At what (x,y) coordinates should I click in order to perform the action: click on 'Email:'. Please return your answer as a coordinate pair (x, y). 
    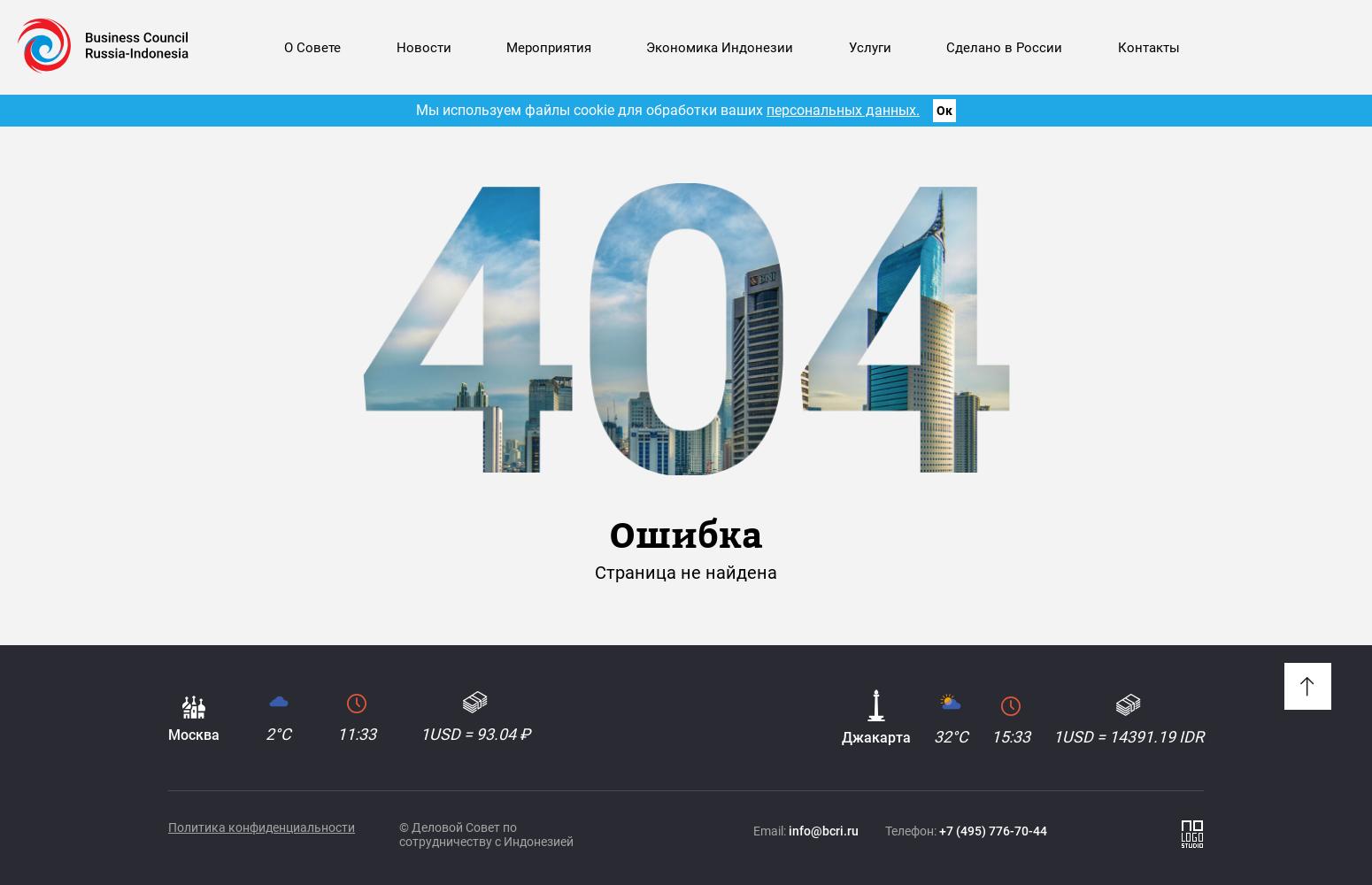
    Looking at the image, I should click on (770, 830).